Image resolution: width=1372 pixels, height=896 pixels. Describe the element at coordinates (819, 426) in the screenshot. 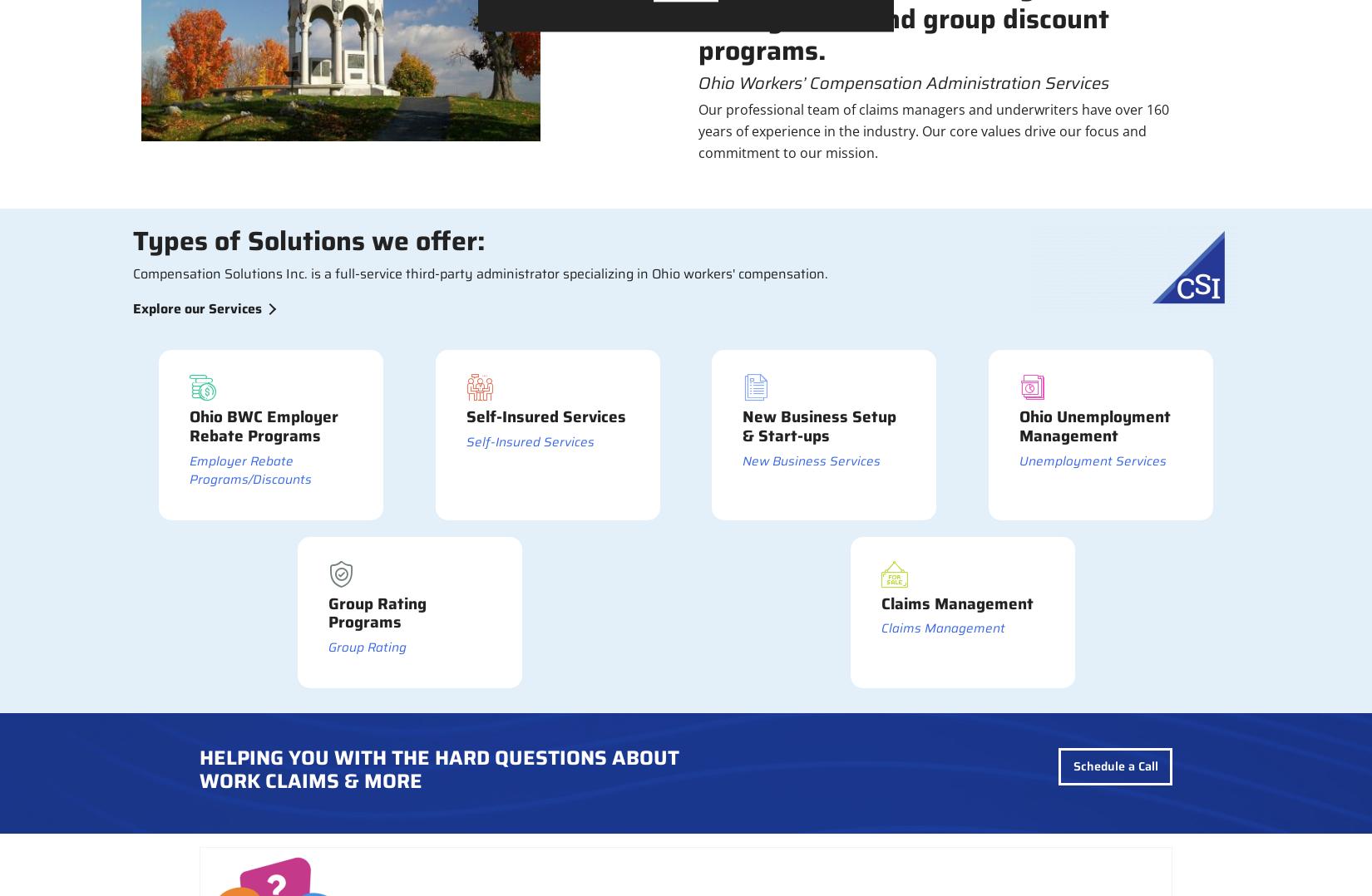

I see `'New Business Setup & Start-ups'` at that location.